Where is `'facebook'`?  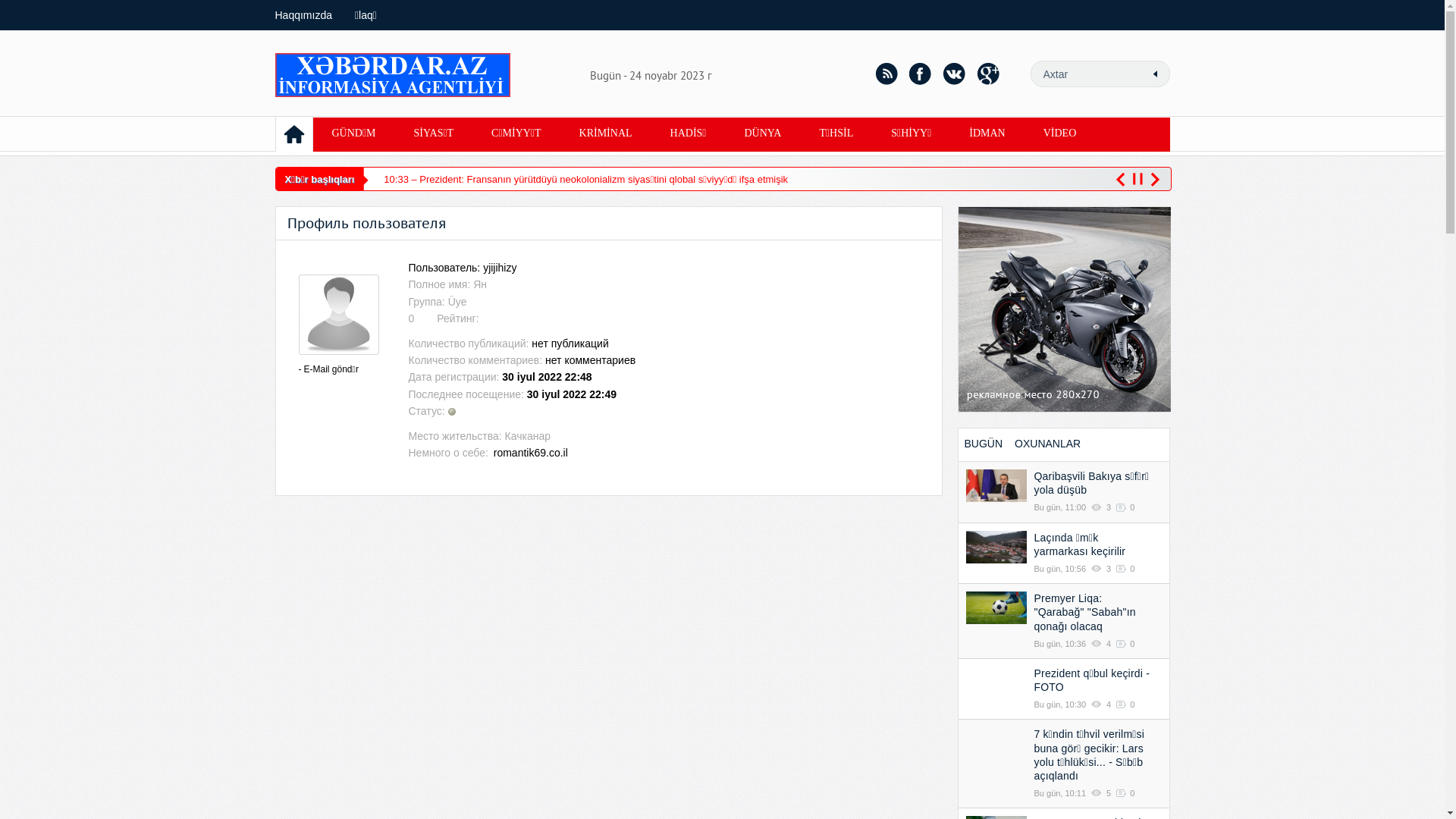
'facebook' is located at coordinates (919, 73).